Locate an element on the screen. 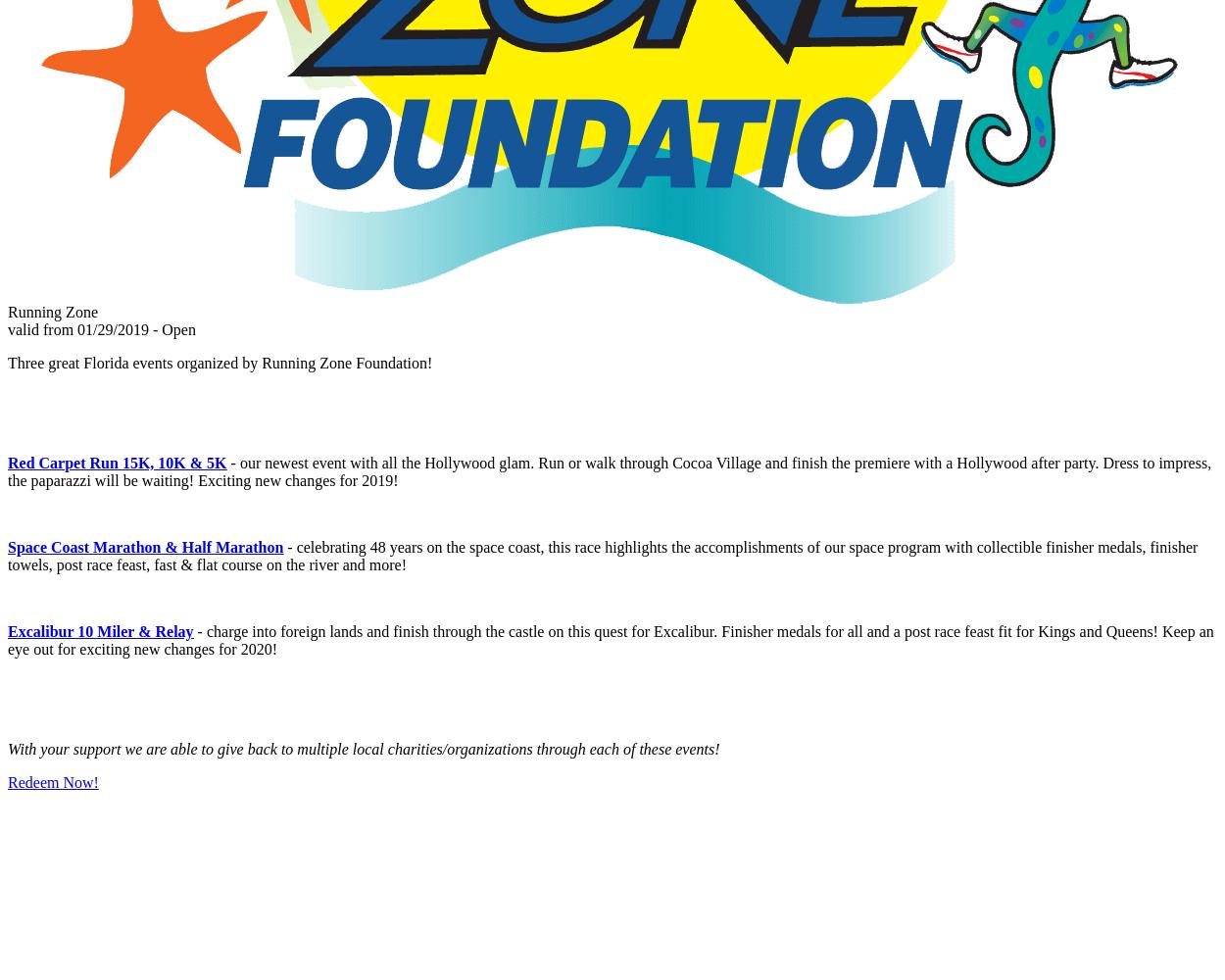 The image size is (1225, 980). '- charge into foreign lands and finish through the castle on this quest for Excalibur. Finisher medals for all and a post race feast fit for Kings and Queens! Keep an eye out for exciting new changes for 2020!' is located at coordinates (610, 640).